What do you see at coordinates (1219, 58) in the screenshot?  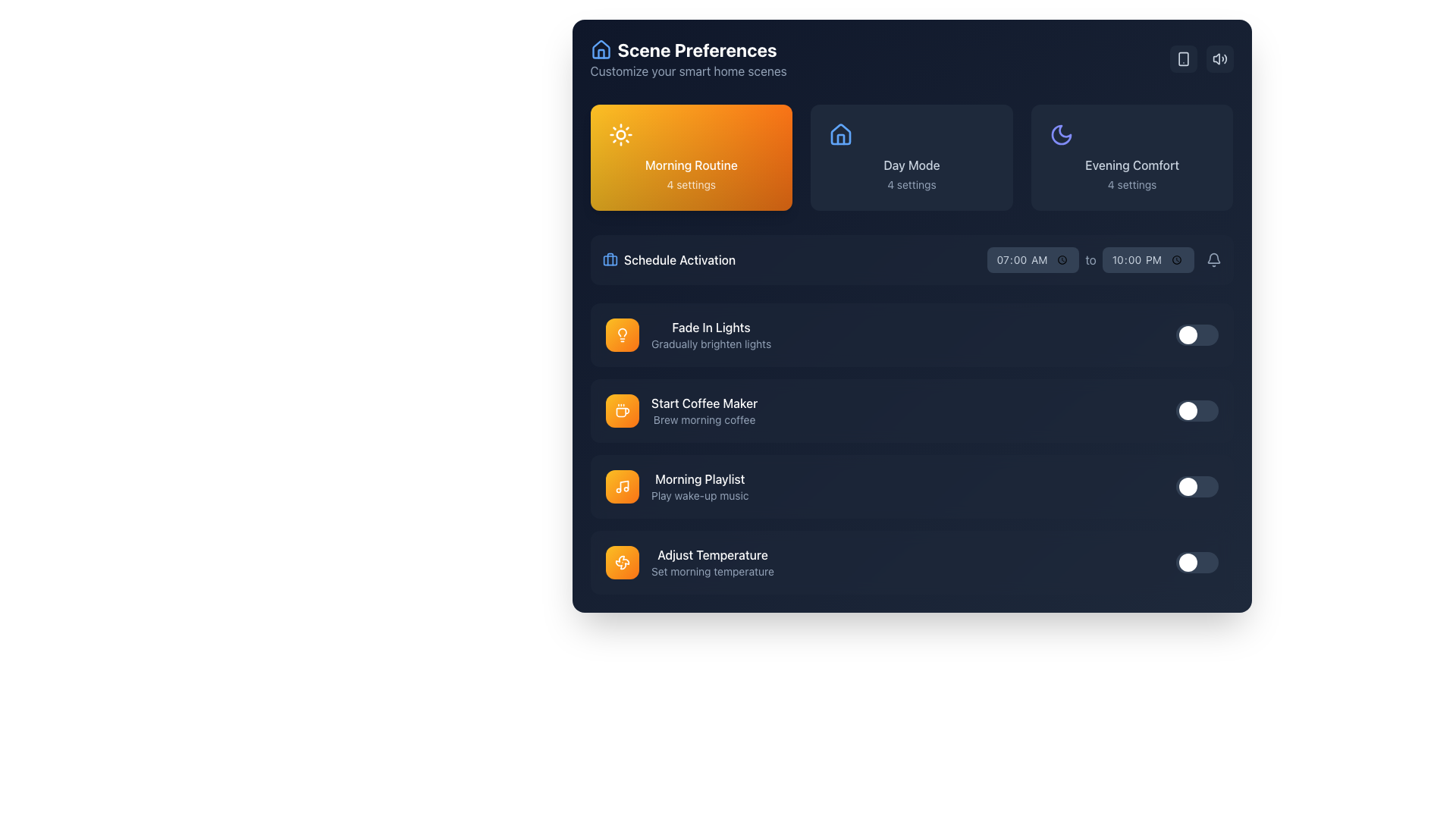 I see `the icon button depicting a speaker emitting sound waves located in the top-right corner of the interface` at bounding box center [1219, 58].